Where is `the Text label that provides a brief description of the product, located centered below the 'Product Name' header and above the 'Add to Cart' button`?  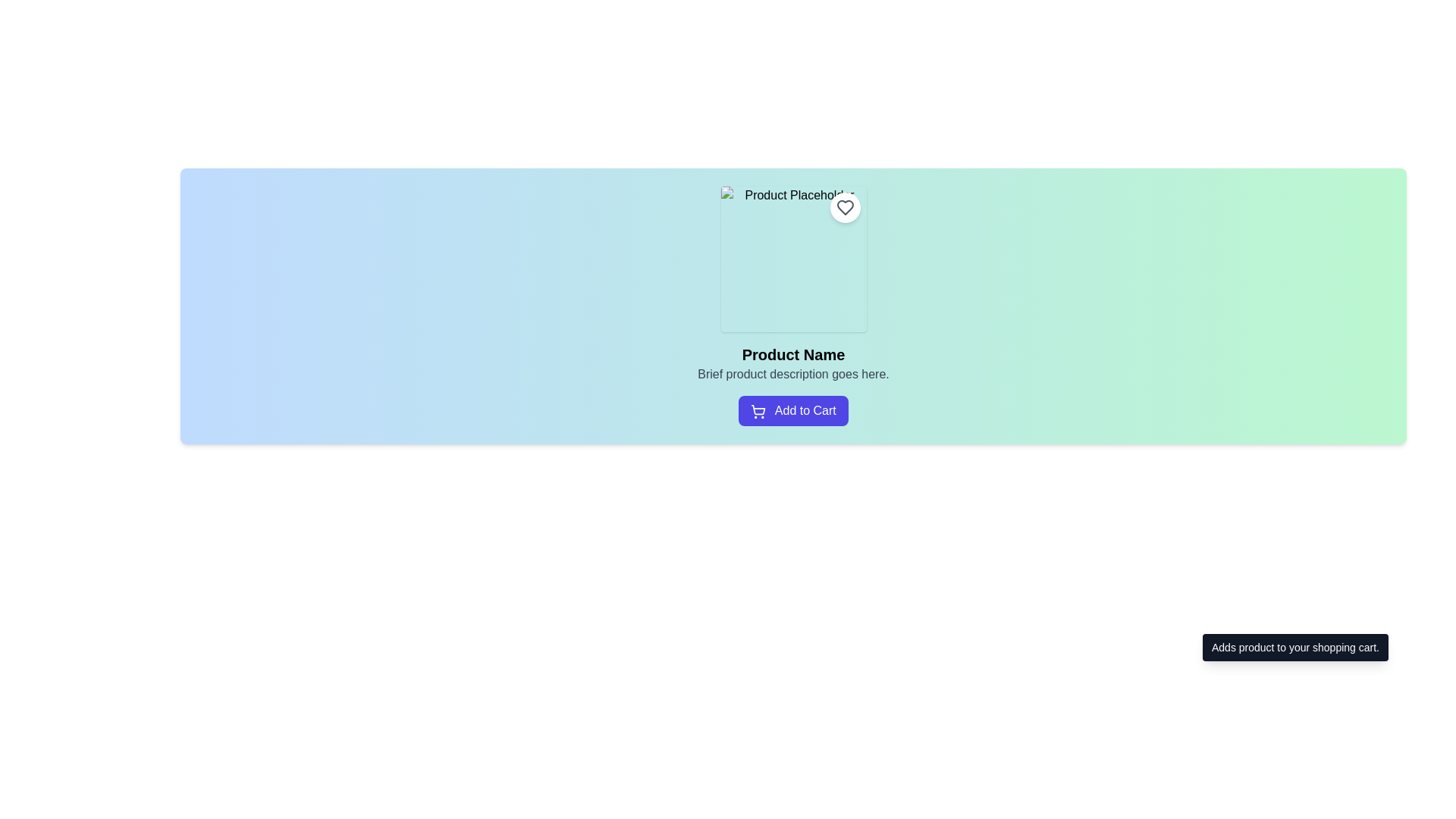
the Text label that provides a brief description of the product, located centered below the 'Product Name' header and above the 'Add to Cart' button is located at coordinates (792, 374).